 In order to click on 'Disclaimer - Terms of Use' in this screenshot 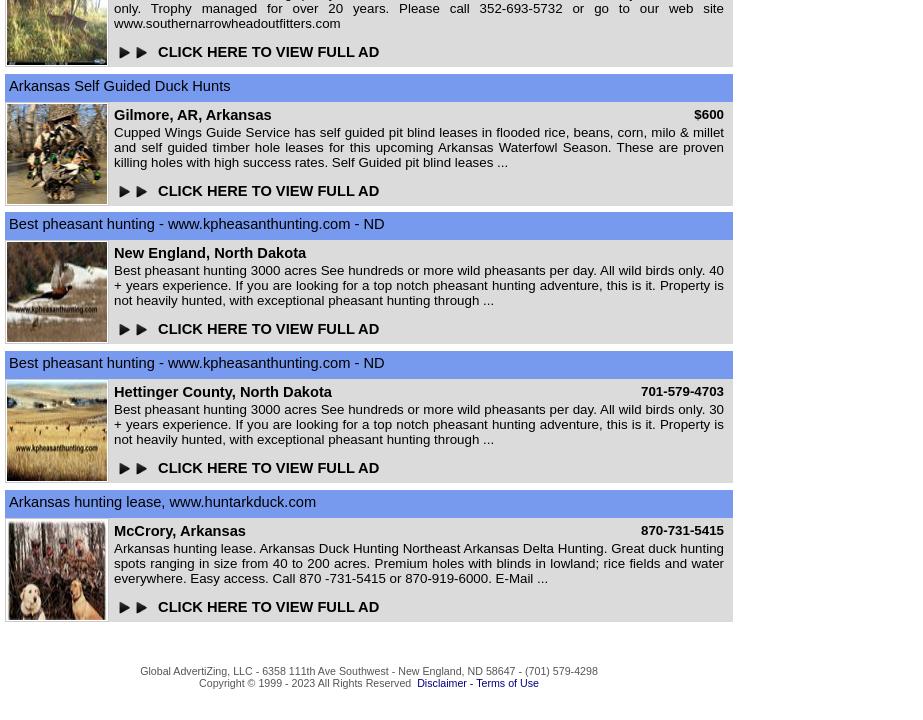, I will do `click(476, 681)`.